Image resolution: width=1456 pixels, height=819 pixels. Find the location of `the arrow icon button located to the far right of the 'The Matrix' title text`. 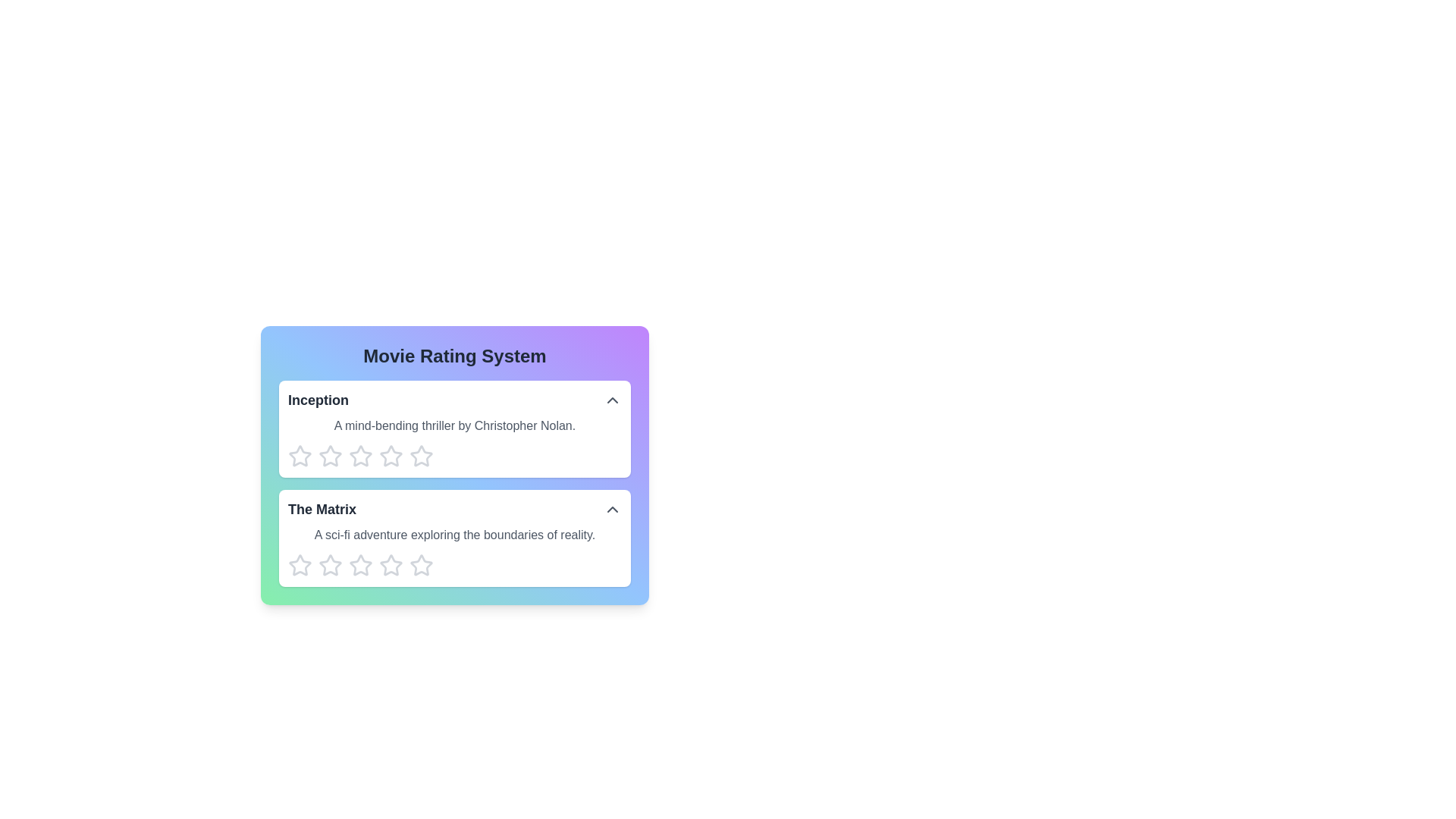

the arrow icon button located to the far right of the 'The Matrix' title text is located at coordinates (612, 509).